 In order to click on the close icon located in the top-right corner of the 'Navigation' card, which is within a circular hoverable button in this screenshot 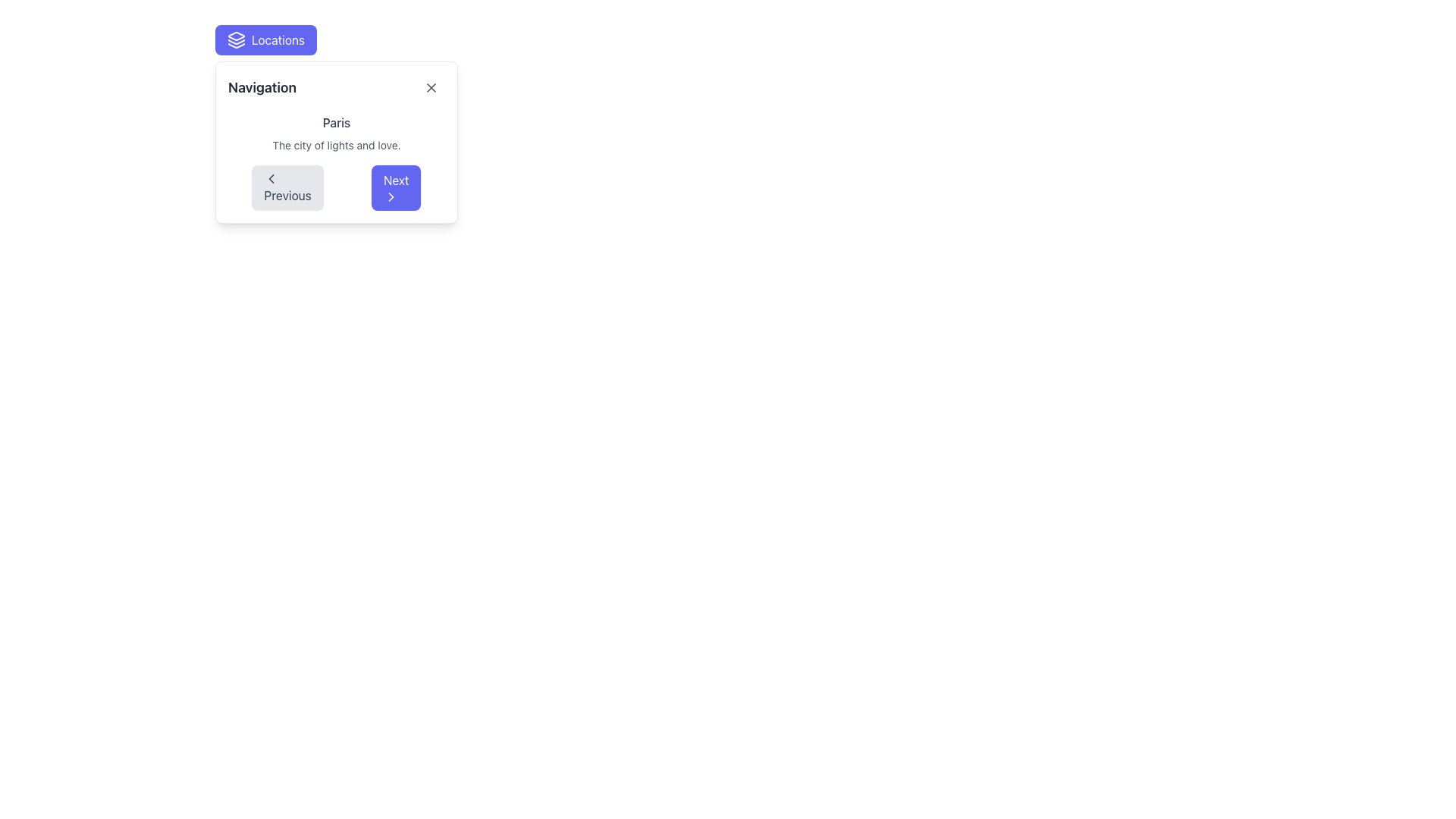, I will do `click(430, 87)`.